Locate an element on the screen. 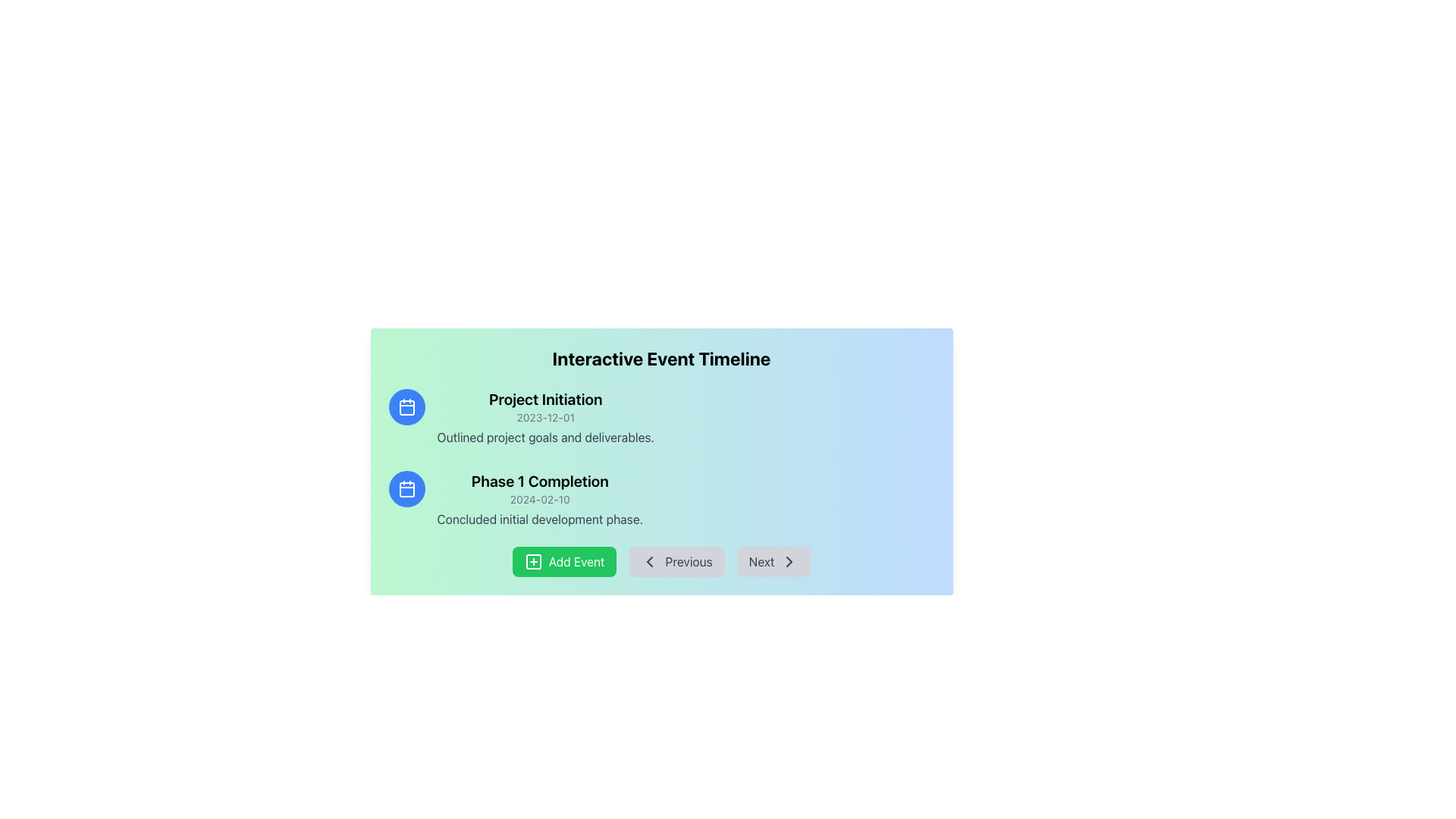 This screenshot has width=1456, height=819. the middle button in the horizontal group of three buttons located at the bottom of the layout is located at coordinates (661, 561).